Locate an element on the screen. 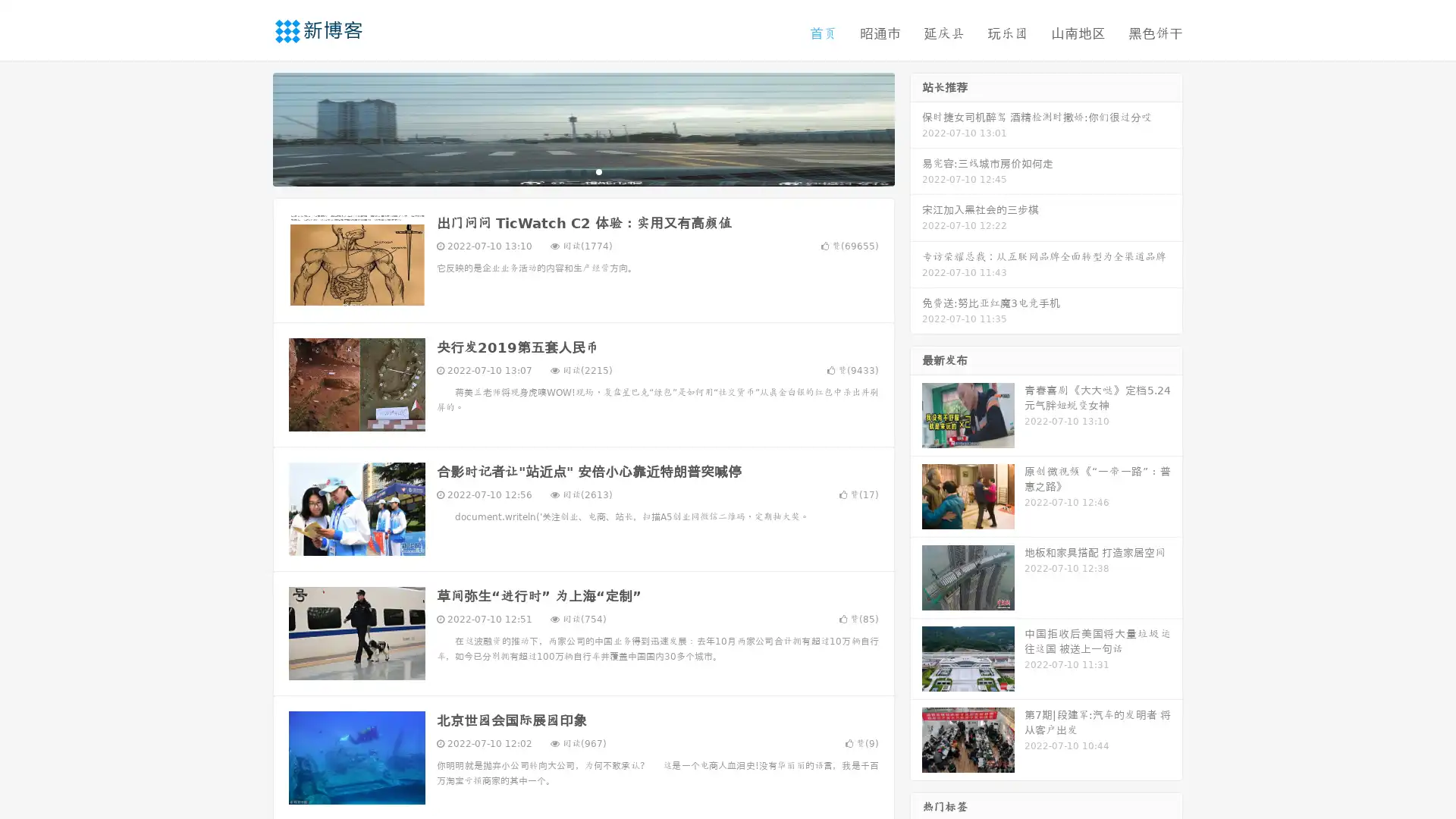  Go to slide 2 is located at coordinates (582, 171).